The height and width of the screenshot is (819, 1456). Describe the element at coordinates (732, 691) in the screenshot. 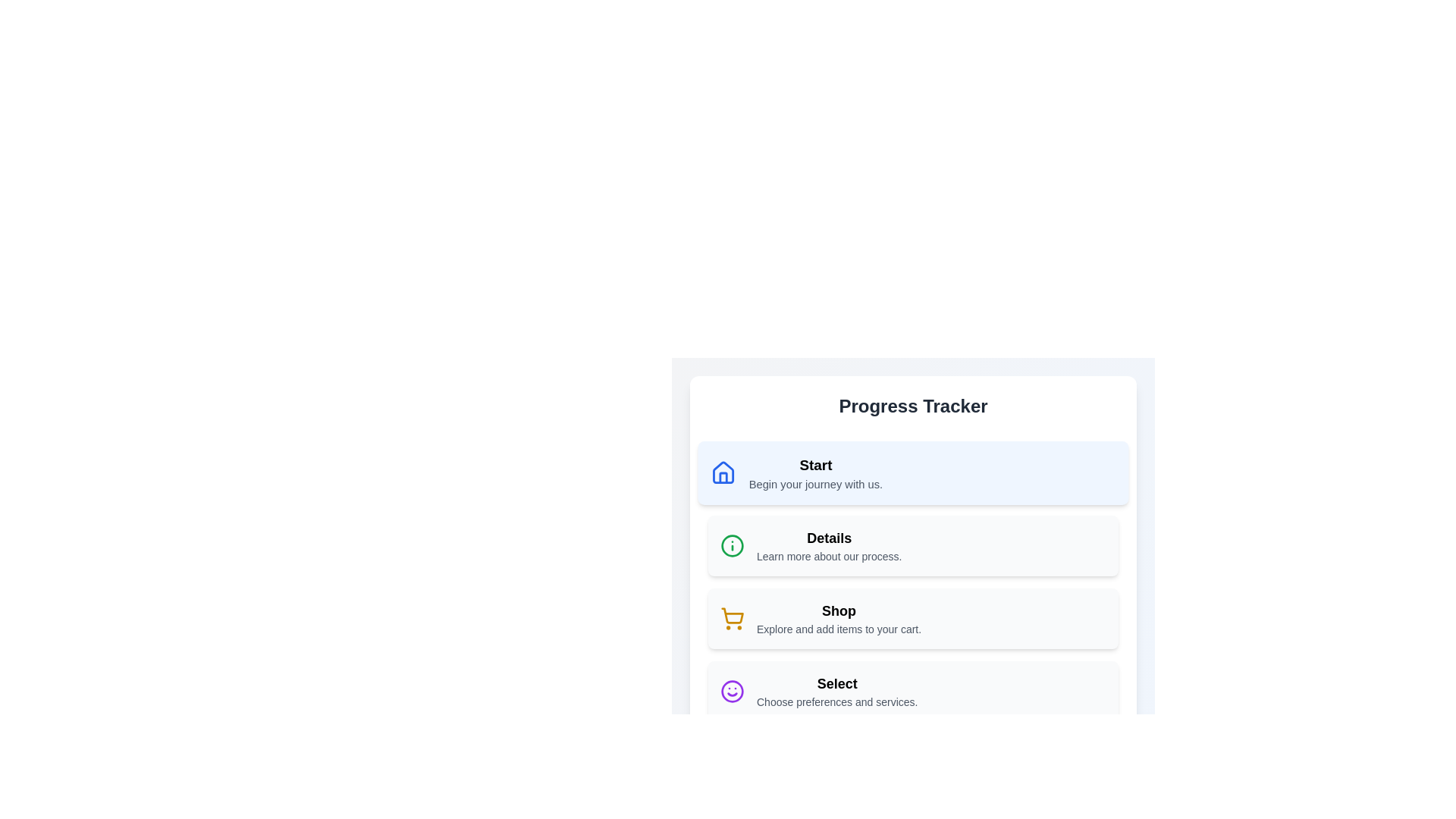

I see `the smiling face icon with a purple circular outline, located in the 'Select' section, adjacent to the 'Select' text and above the description. This icon serves as a visual cue` at that location.